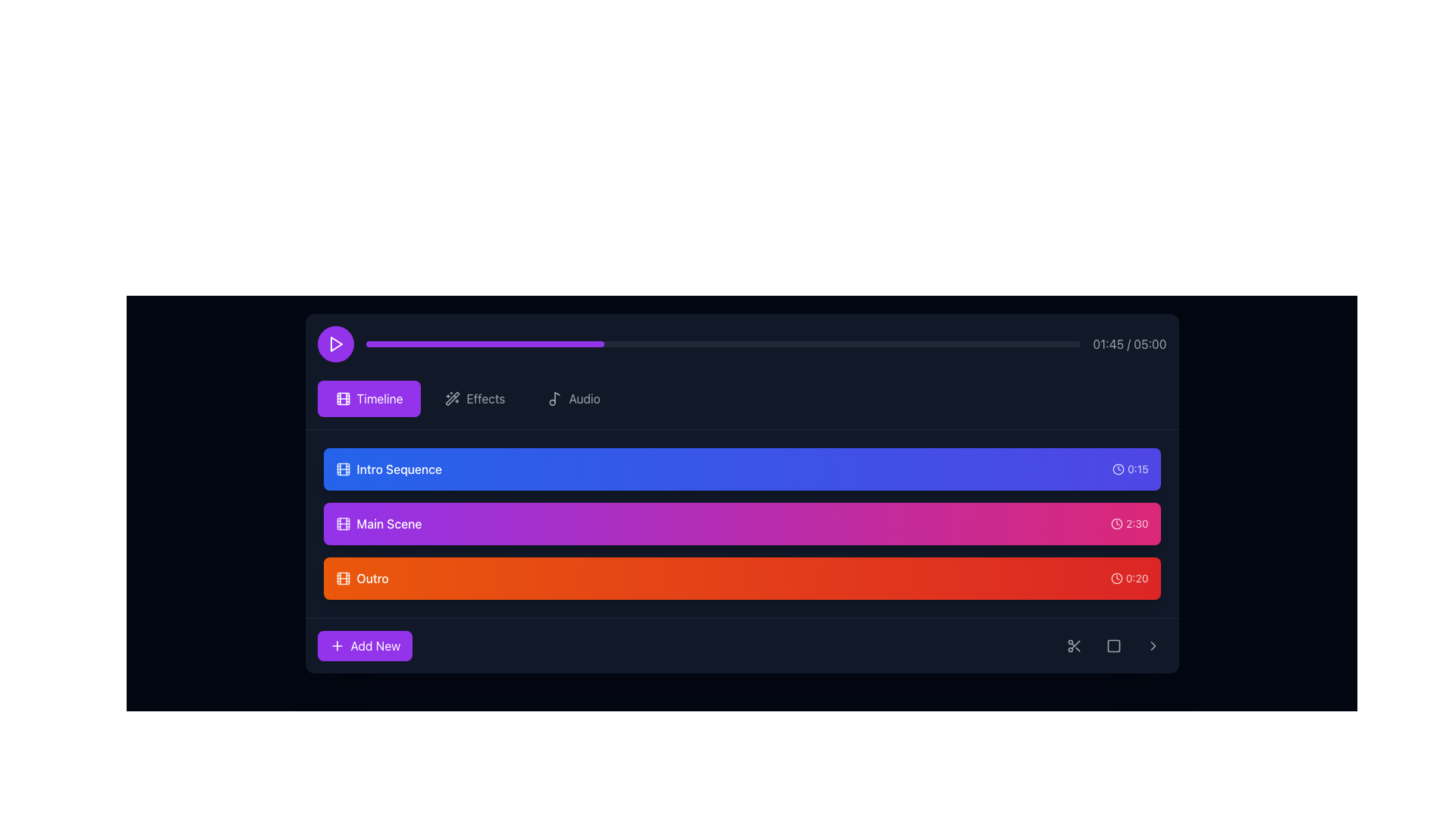 The height and width of the screenshot is (819, 1456). Describe the element at coordinates (722, 344) in the screenshot. I see `the thin, rectangular progress bar with rounded corners, which has a gray outer bar and a purple inner bar, located in the center of the upper section of the interface` at that location.